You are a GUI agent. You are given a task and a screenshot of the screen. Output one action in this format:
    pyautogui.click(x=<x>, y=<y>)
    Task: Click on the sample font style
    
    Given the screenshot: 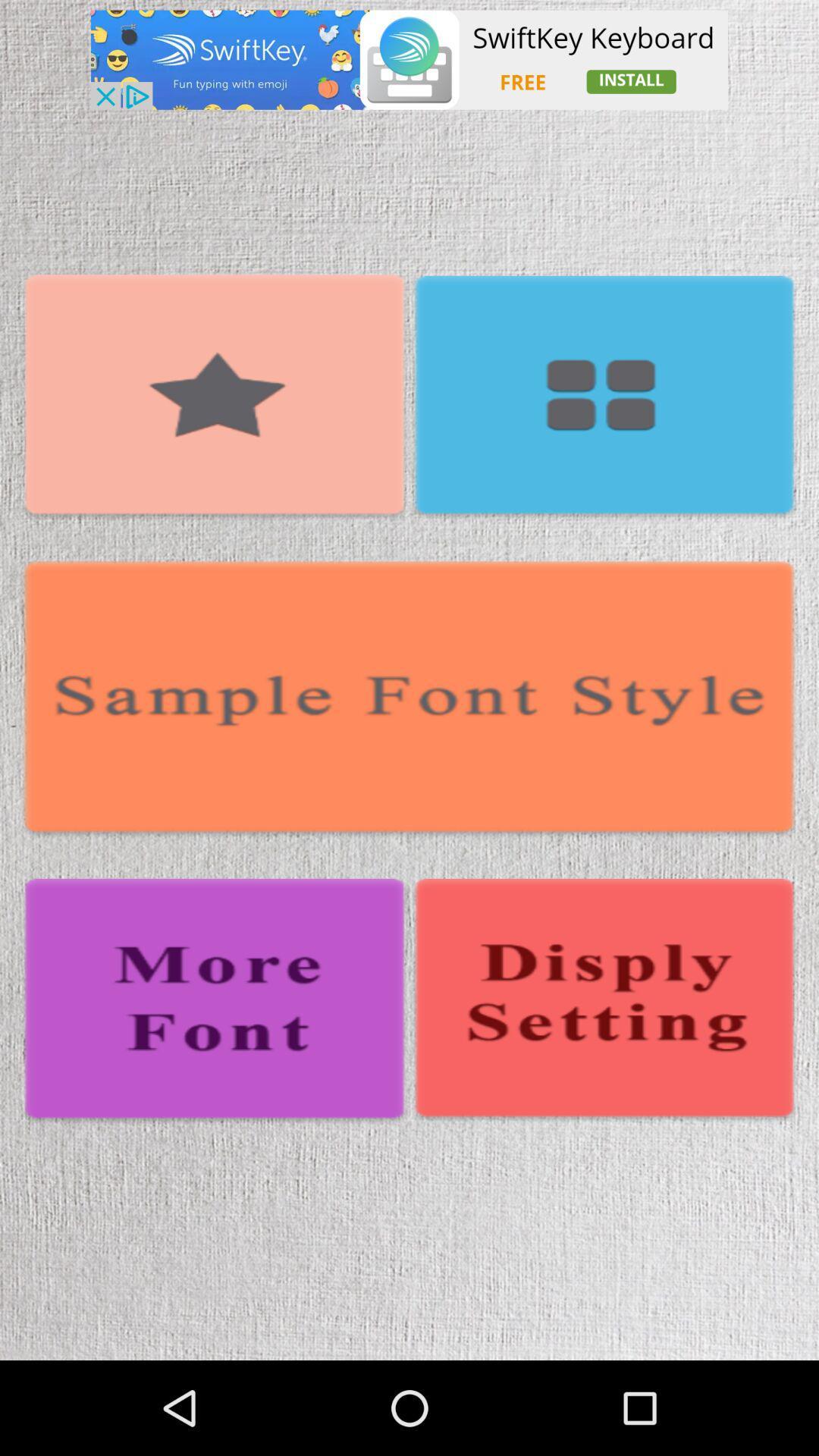 What is the action you would take?
    pyautogui.click(x=409, y=699)
    